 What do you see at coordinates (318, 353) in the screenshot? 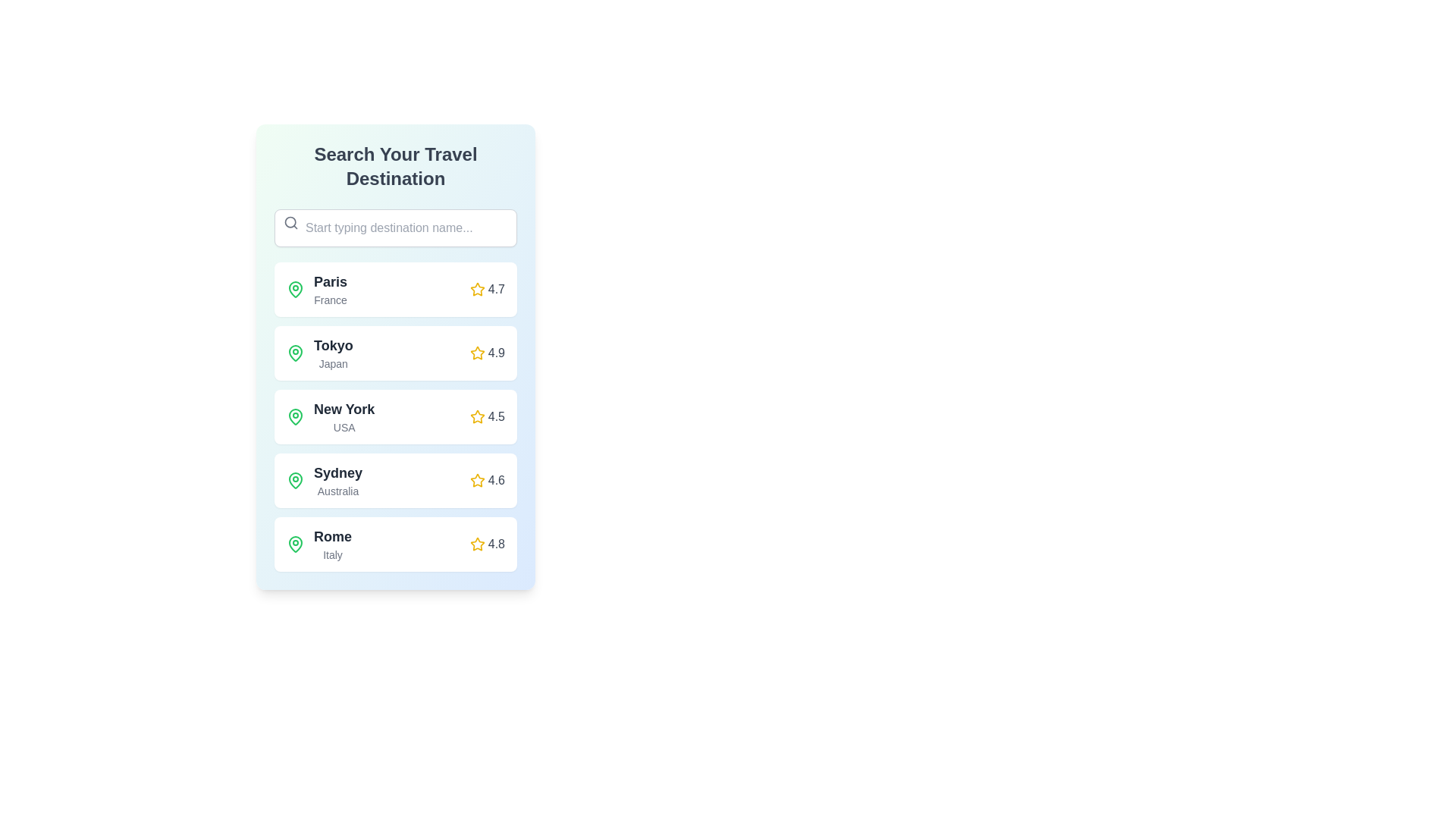
I see `the List entry for 'Tokyo, Japan', which features a green map pin icon and prominently styled text` at bounding box center [318, 353].